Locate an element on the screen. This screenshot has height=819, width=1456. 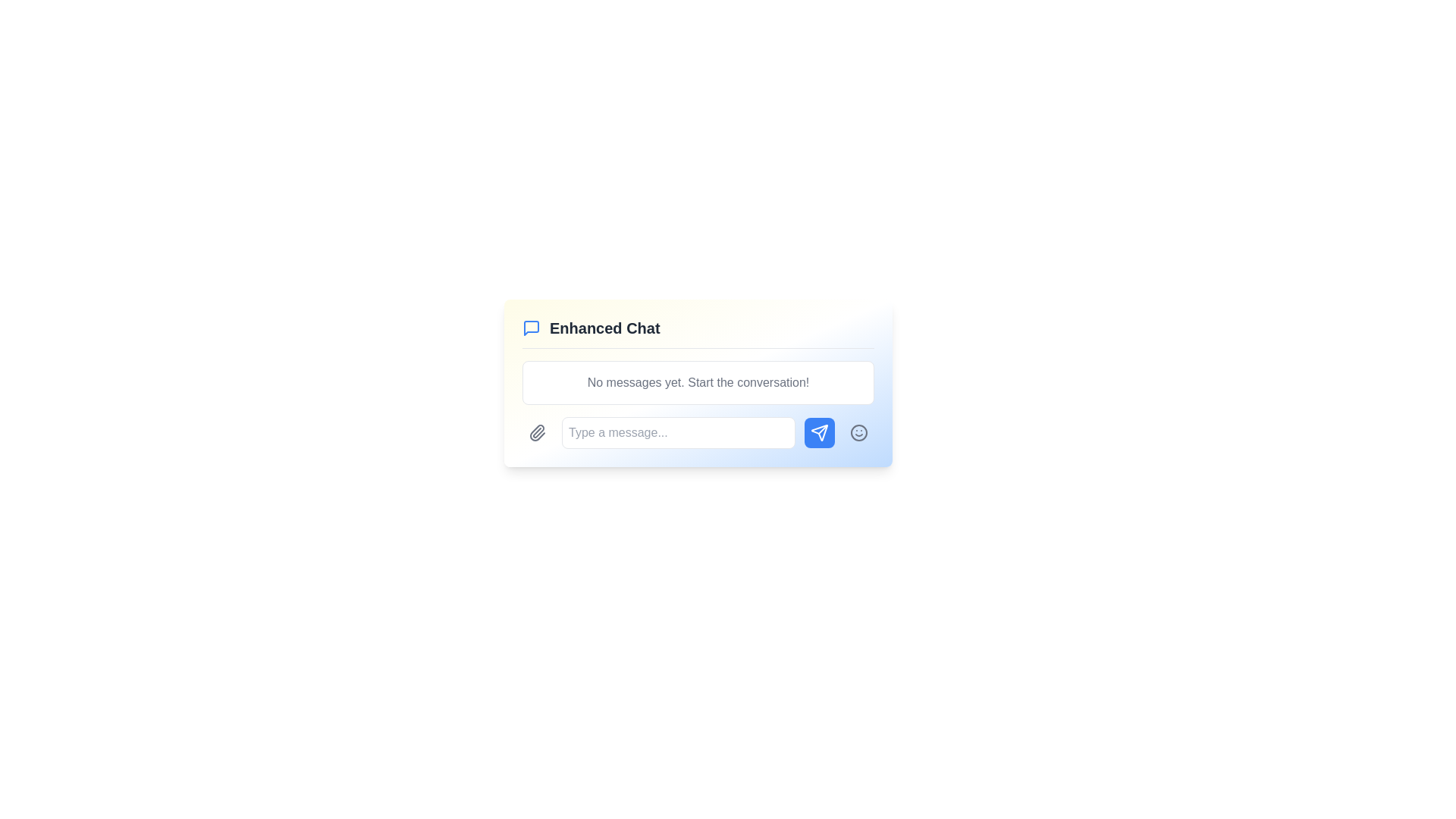
the paperclip icon button, which is gray and changes is located at coordinates (538, 432).